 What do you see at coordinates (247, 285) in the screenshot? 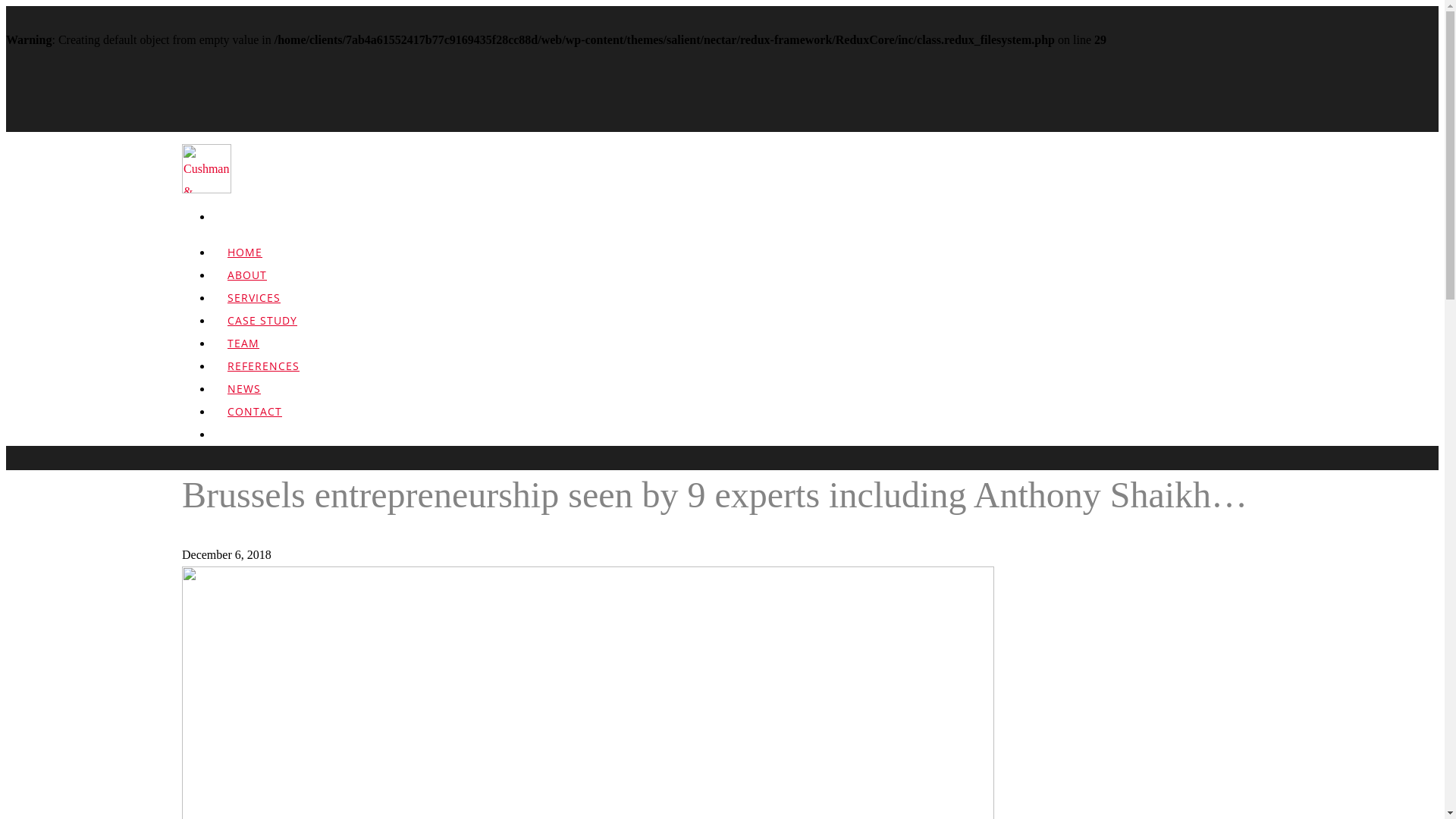
I see `'ABOUT'` at bounding box center [247, 285].